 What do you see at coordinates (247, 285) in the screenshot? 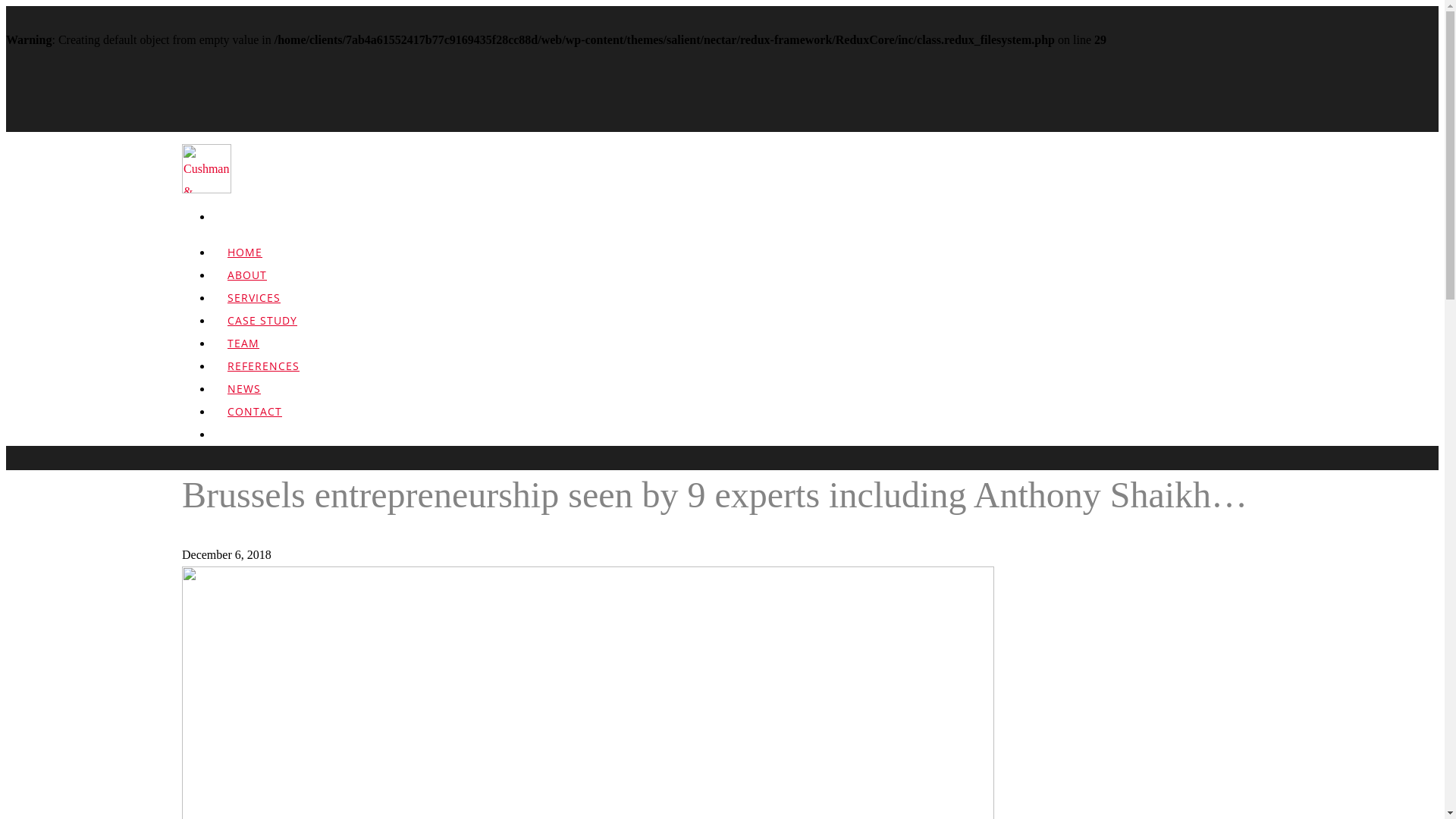
I see `'ABOUT'` at bounding box center [247, 285].